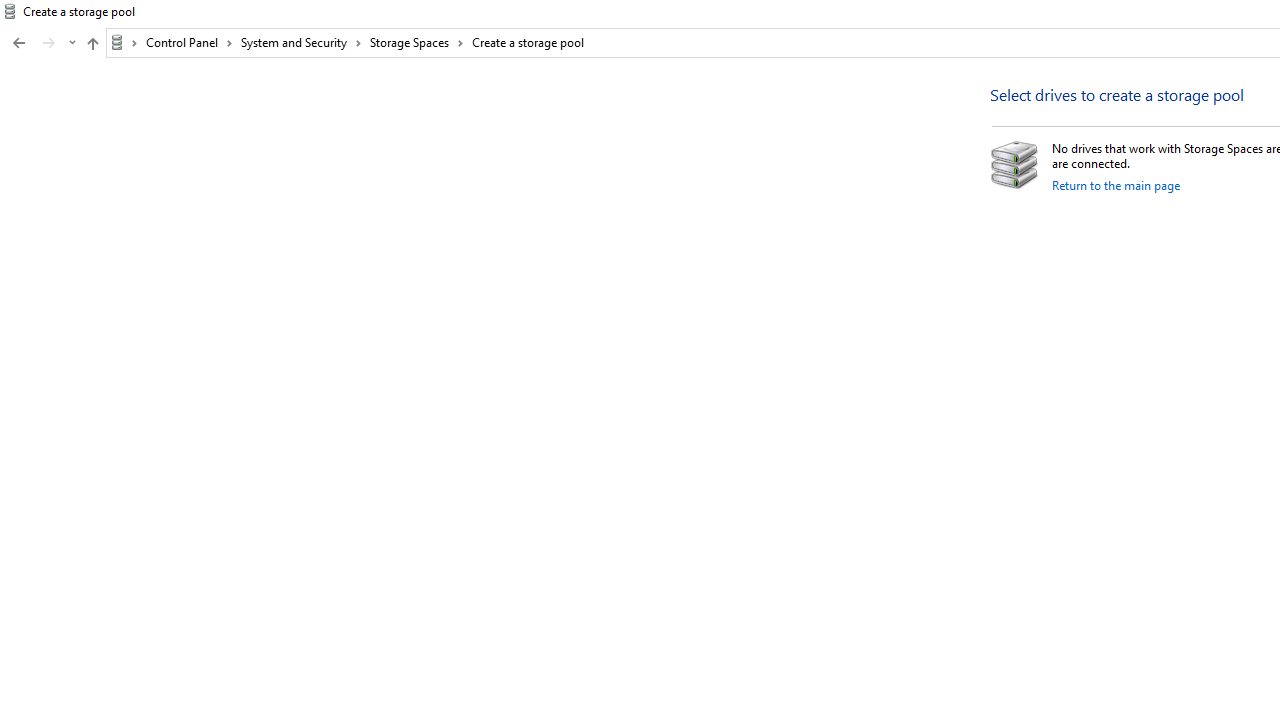 This screenshot has height=720, width=1280. Describe the element at coordinates (10, 11) in the screenshot. I see `'System'` at that location.